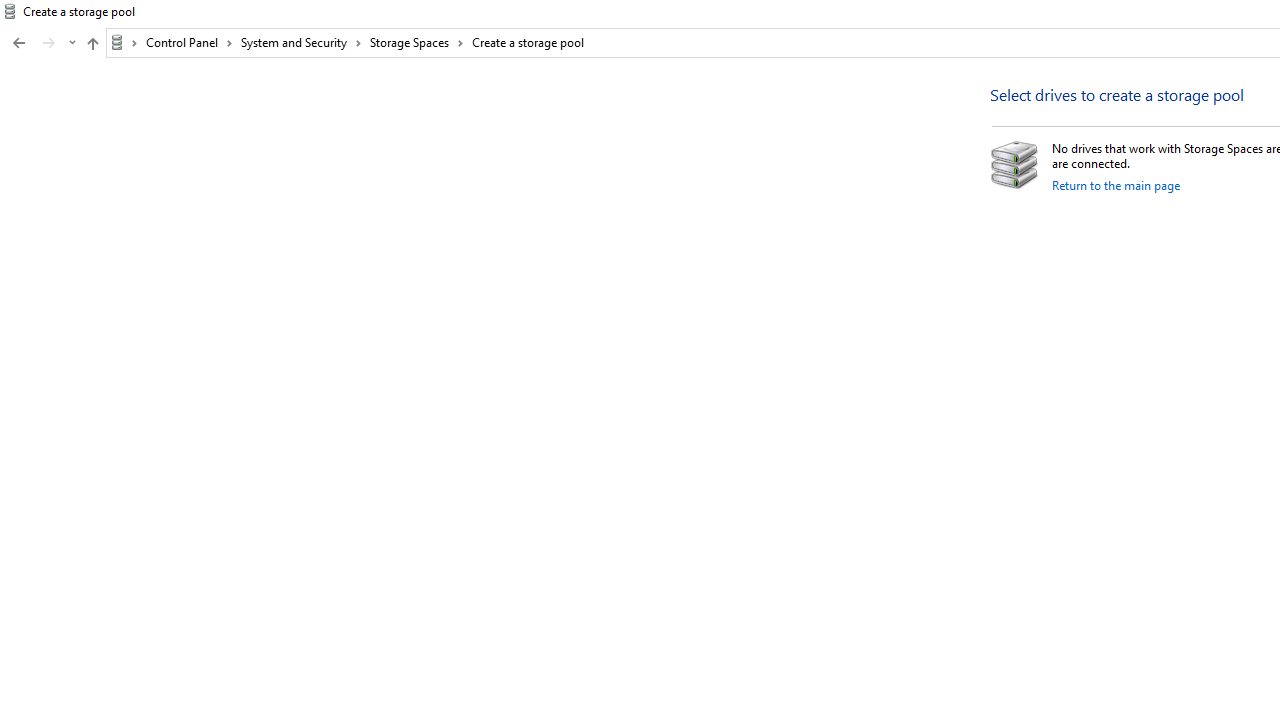 This screenshot has height=720, width=1280. Describe the element at coordinates (10, 11) in the screenshot. I see `'System'` at that location.